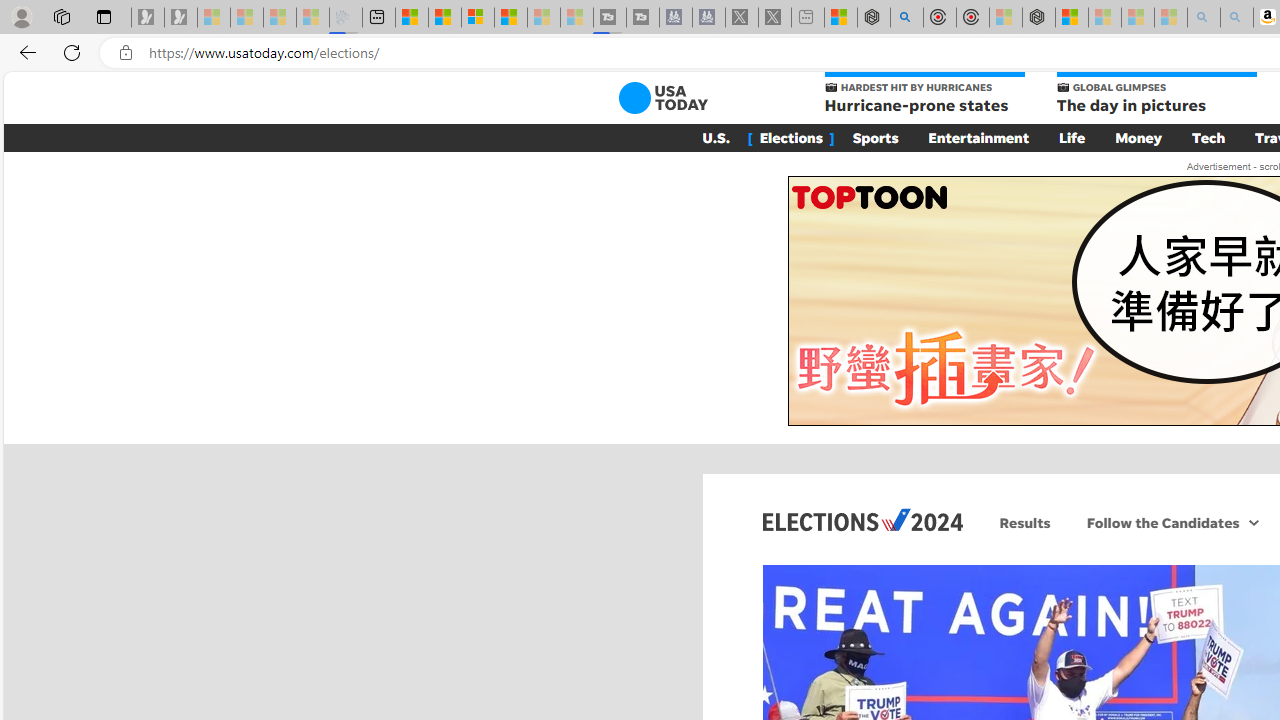 Image resolution: width=1280 pixels, height=720 pixels. I want to click on 'USA TODAY', so click(663, 97).